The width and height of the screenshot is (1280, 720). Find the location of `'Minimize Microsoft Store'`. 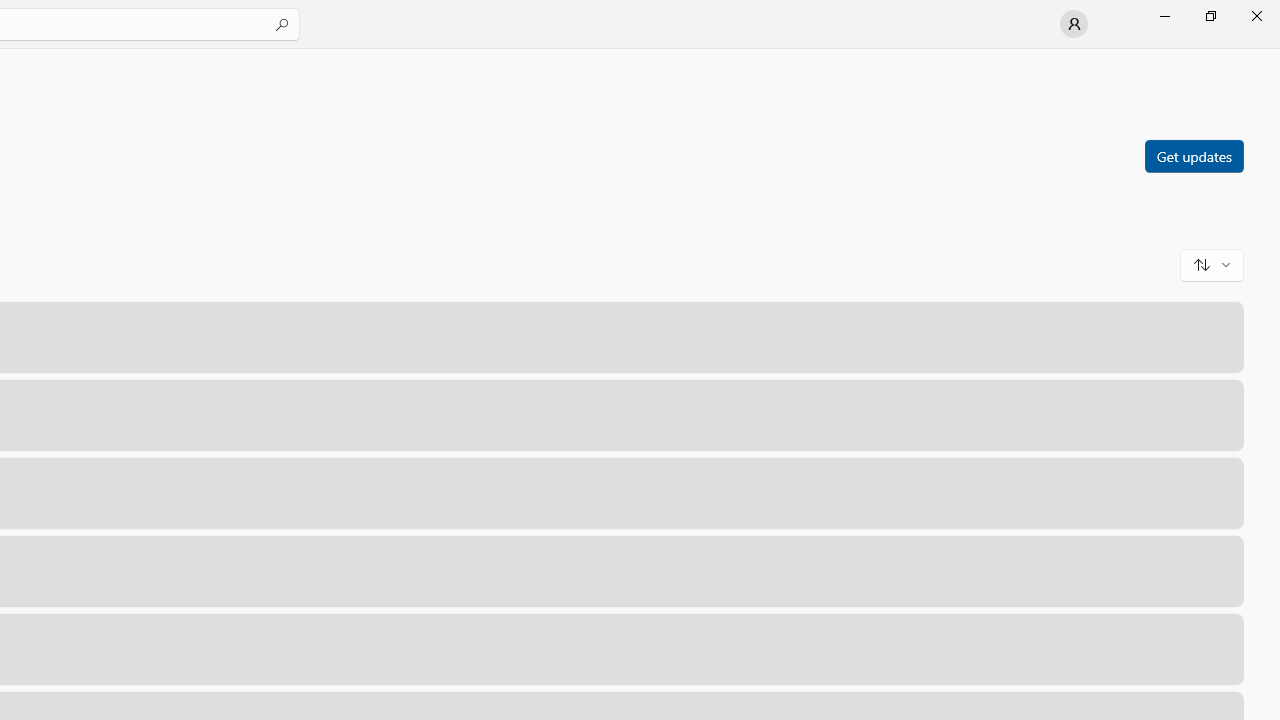

'Minimize Microsoft Store' is located at coordinates (1164, 15).